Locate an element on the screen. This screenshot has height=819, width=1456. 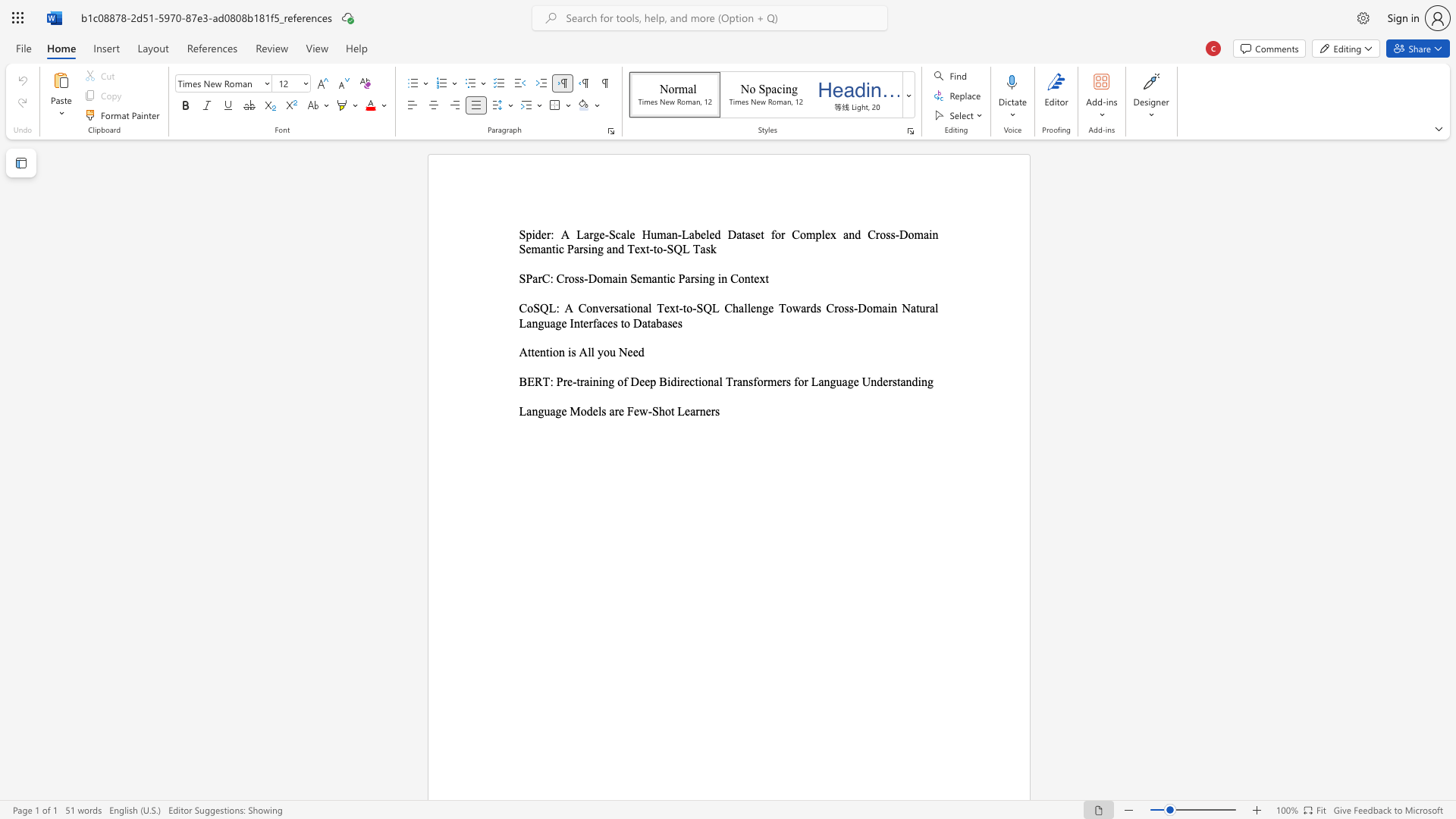
the 1th character "a" in the text is located at coordinates (621, 307).